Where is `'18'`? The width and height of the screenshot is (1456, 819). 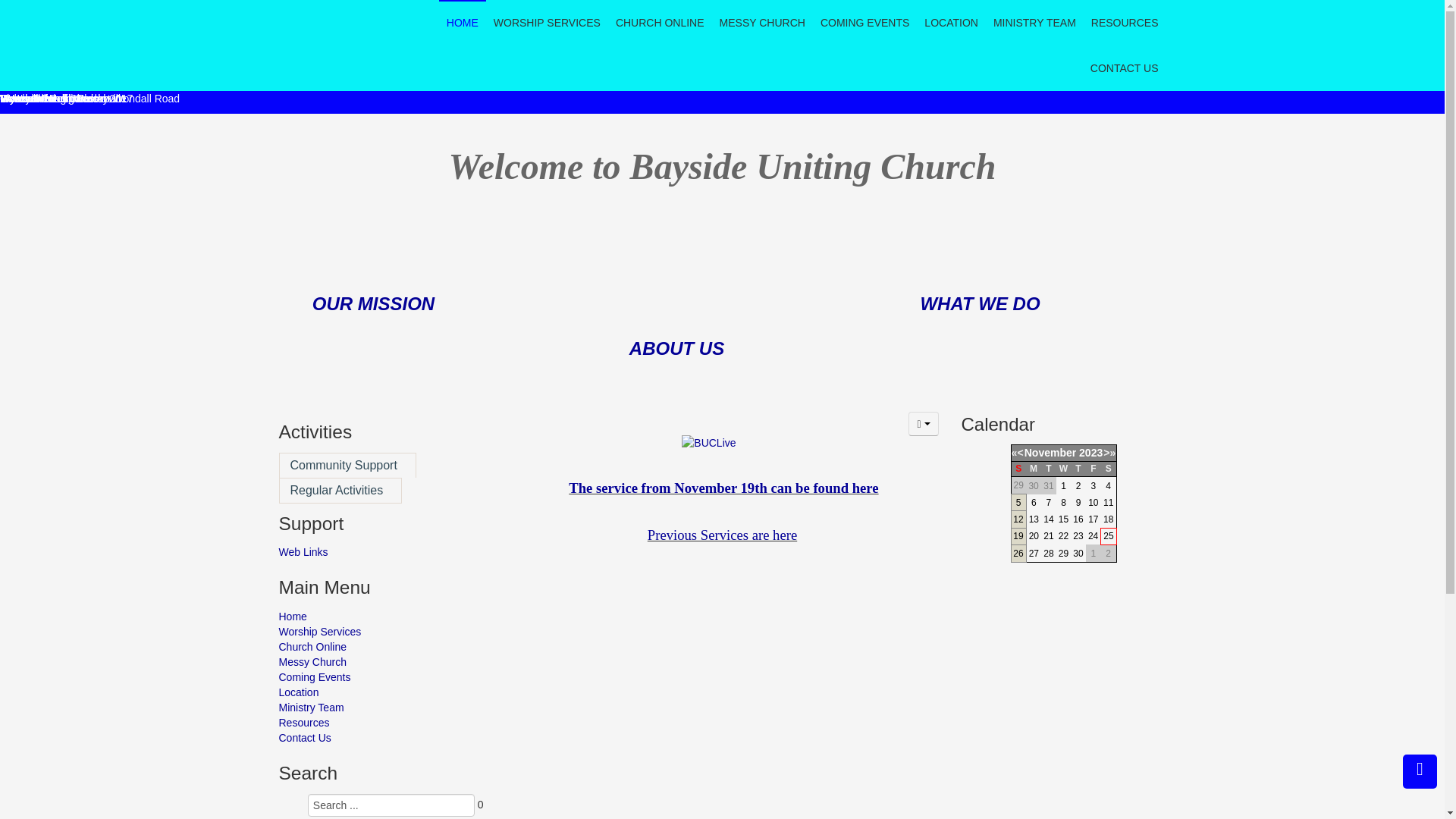
'18' is located at coordinates (1108, 519).